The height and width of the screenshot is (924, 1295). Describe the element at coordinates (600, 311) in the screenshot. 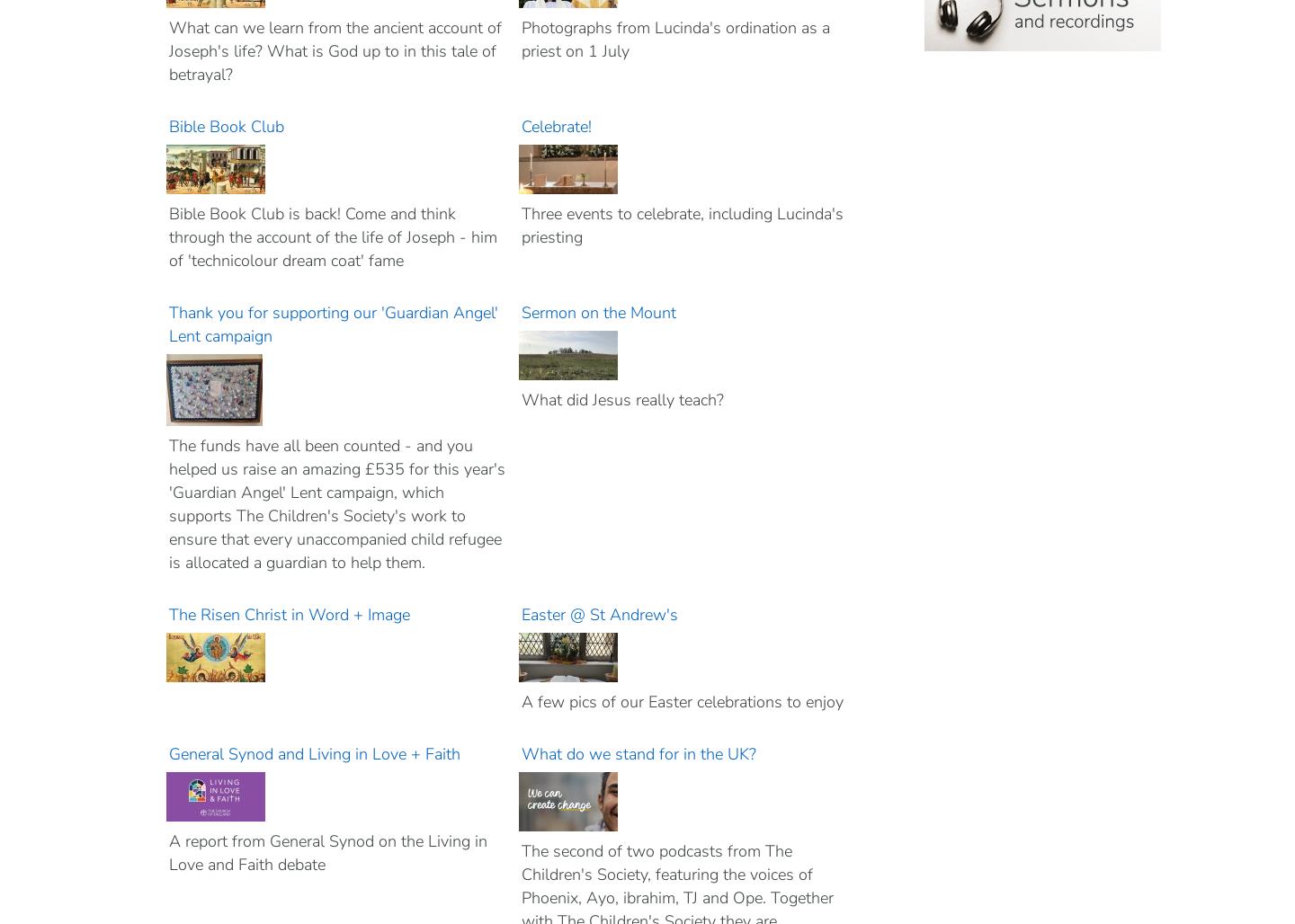

I see `'Sermon on the Mount'` at that location.